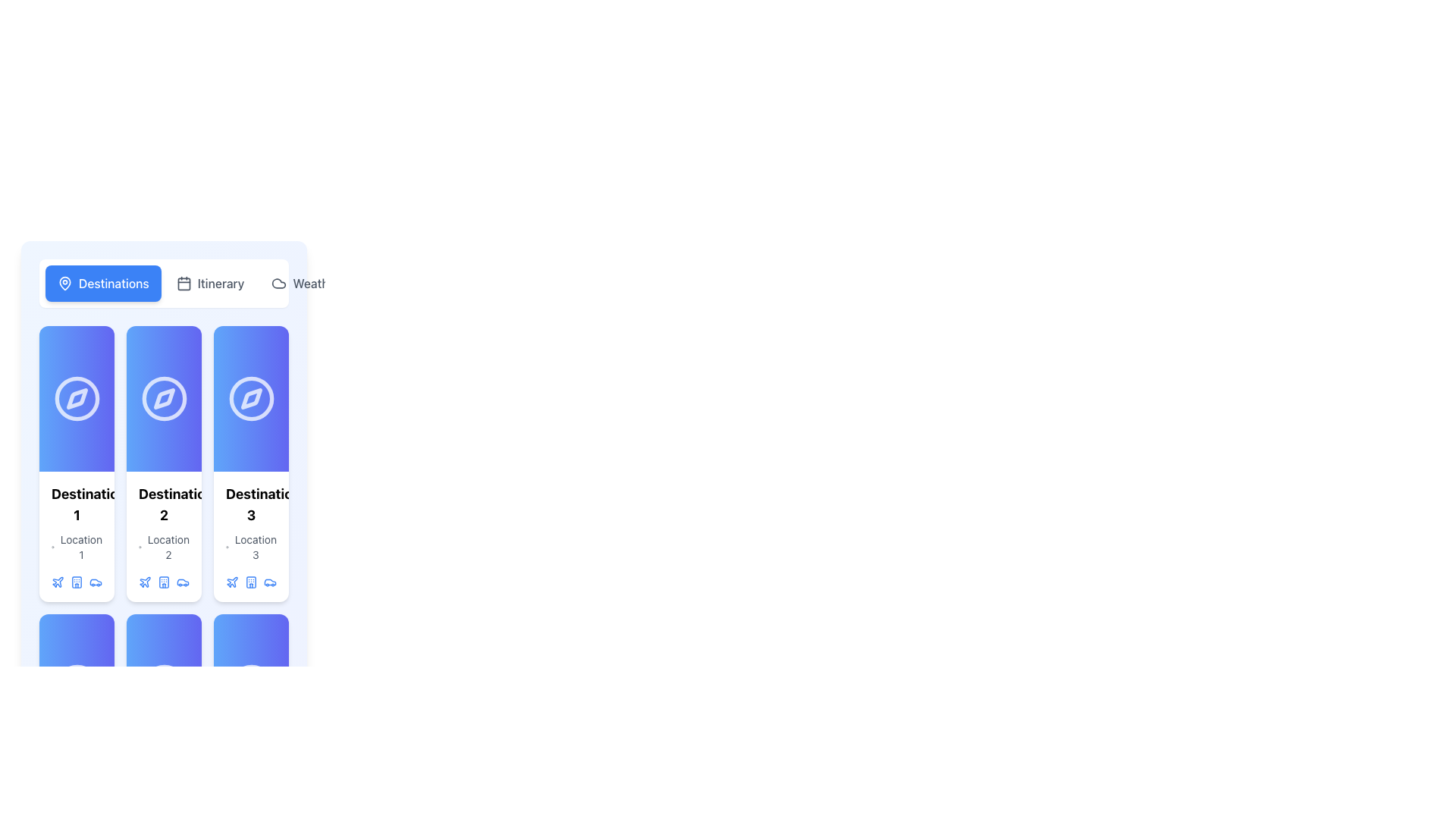 The height and width of the screenshot is (819, 1456). Describe the element at coordinates (231, 581) in the screenshot. I see `the travel-related icon located at the bottom row of the card labeled Destination 3, which is the first icon from the left` at that location.